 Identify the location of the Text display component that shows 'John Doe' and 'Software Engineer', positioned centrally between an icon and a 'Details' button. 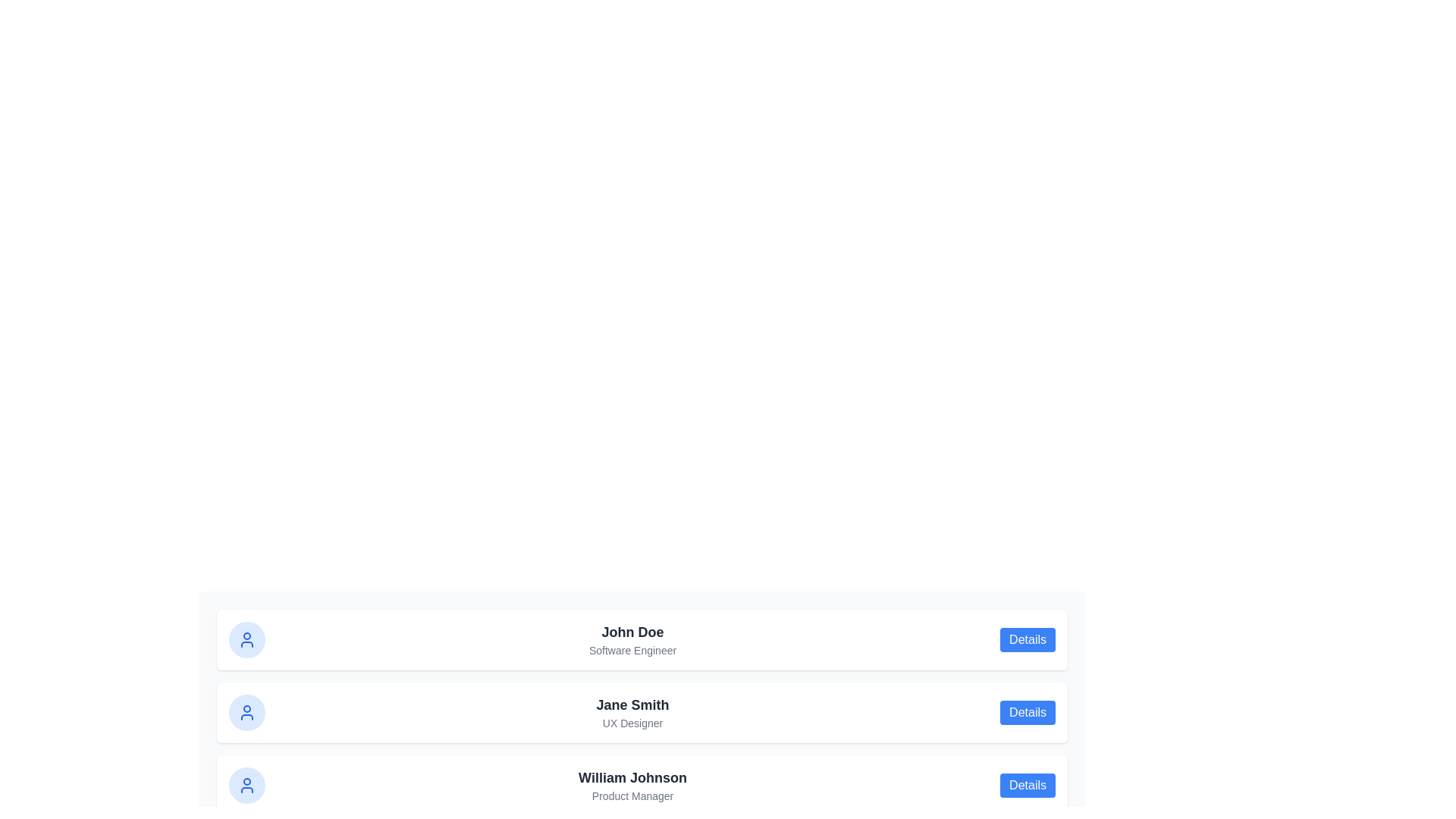
(632, 640).